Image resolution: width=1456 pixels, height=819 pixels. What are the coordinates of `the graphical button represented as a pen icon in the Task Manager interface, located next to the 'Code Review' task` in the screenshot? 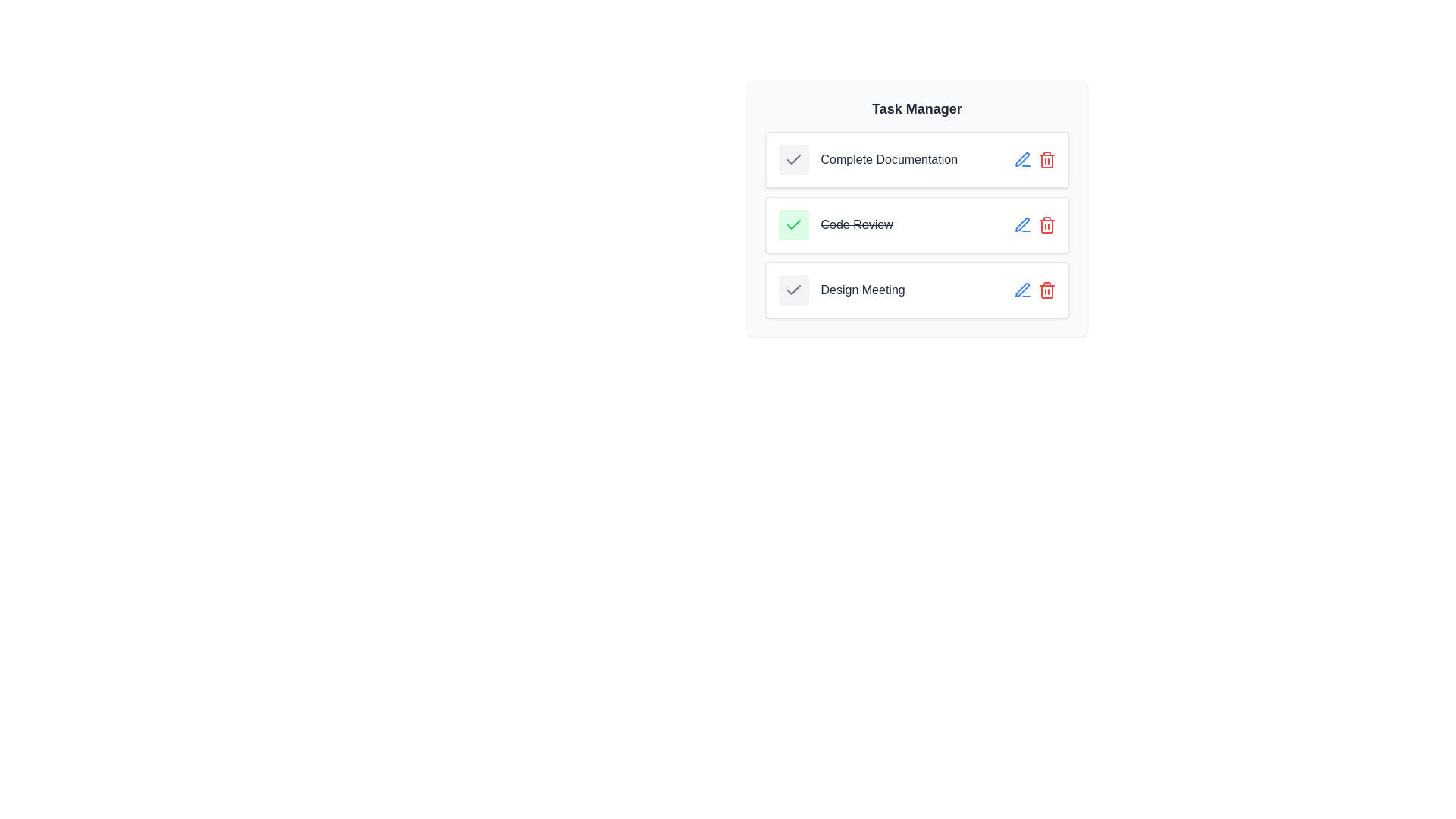 It's located at (1022, 290).